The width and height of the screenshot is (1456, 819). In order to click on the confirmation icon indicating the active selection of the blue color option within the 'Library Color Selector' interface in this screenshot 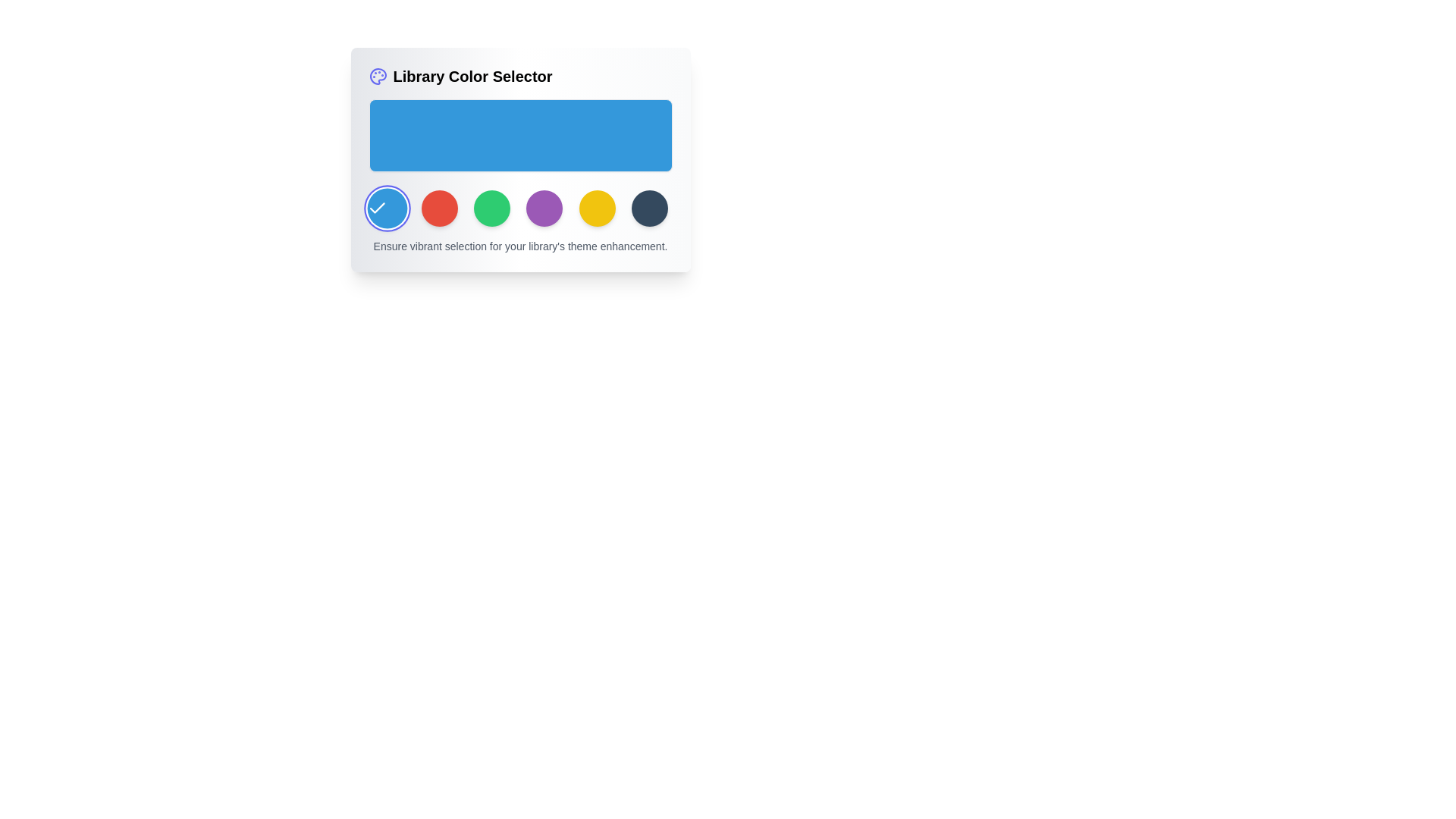, I will do `click(377, 208)`.